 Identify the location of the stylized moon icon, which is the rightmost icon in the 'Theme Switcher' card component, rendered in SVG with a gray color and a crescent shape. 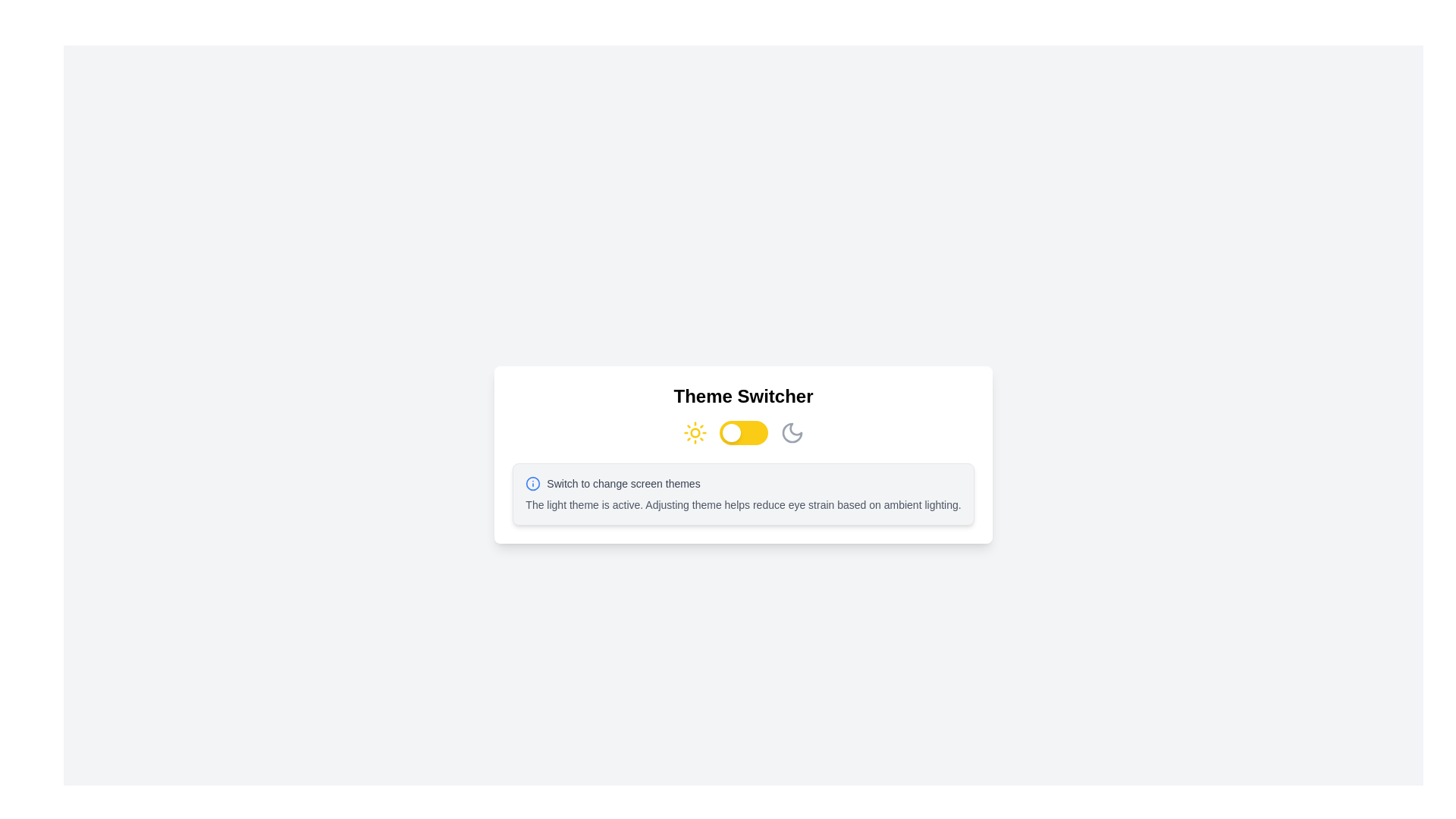
(791, 432).